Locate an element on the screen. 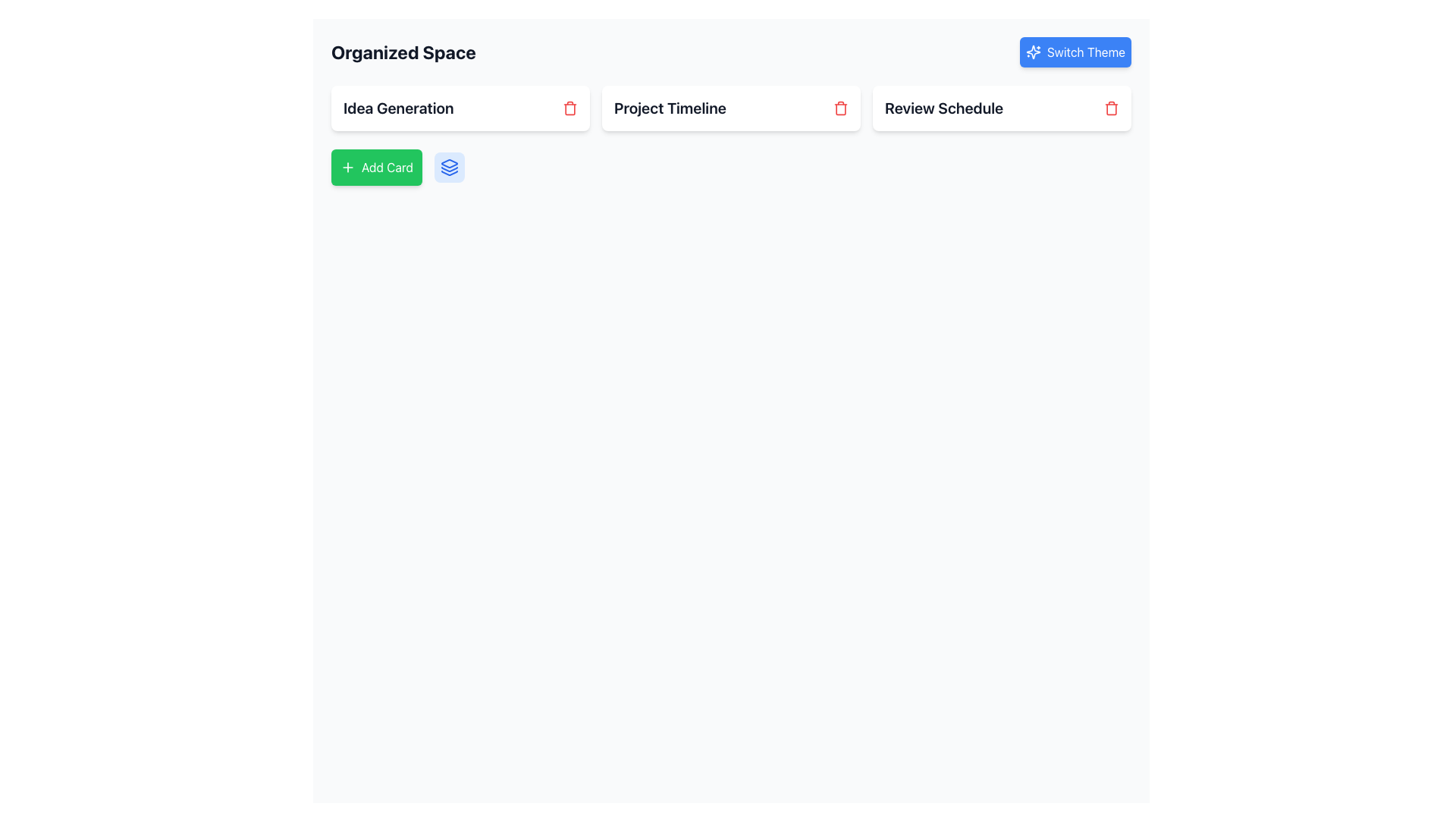 Image resolution: width=1456 pixels, height=819 pixels. the Static Text Label that reads 'Project Timeline', which is styled in bold, large font and located near the top center of the interface, between 'Idea Generation' and 'Review Schedule' is located at coordinates (669, 107).